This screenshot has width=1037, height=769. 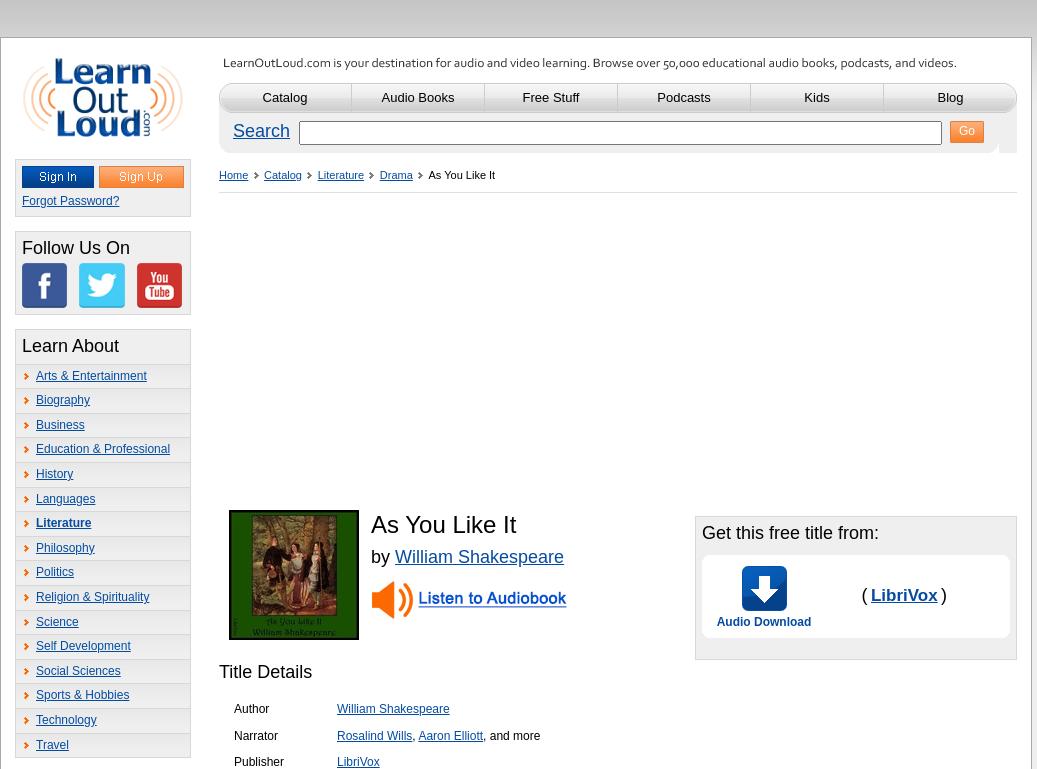 I want to click on 'Languages', so click(x=64, y=497).